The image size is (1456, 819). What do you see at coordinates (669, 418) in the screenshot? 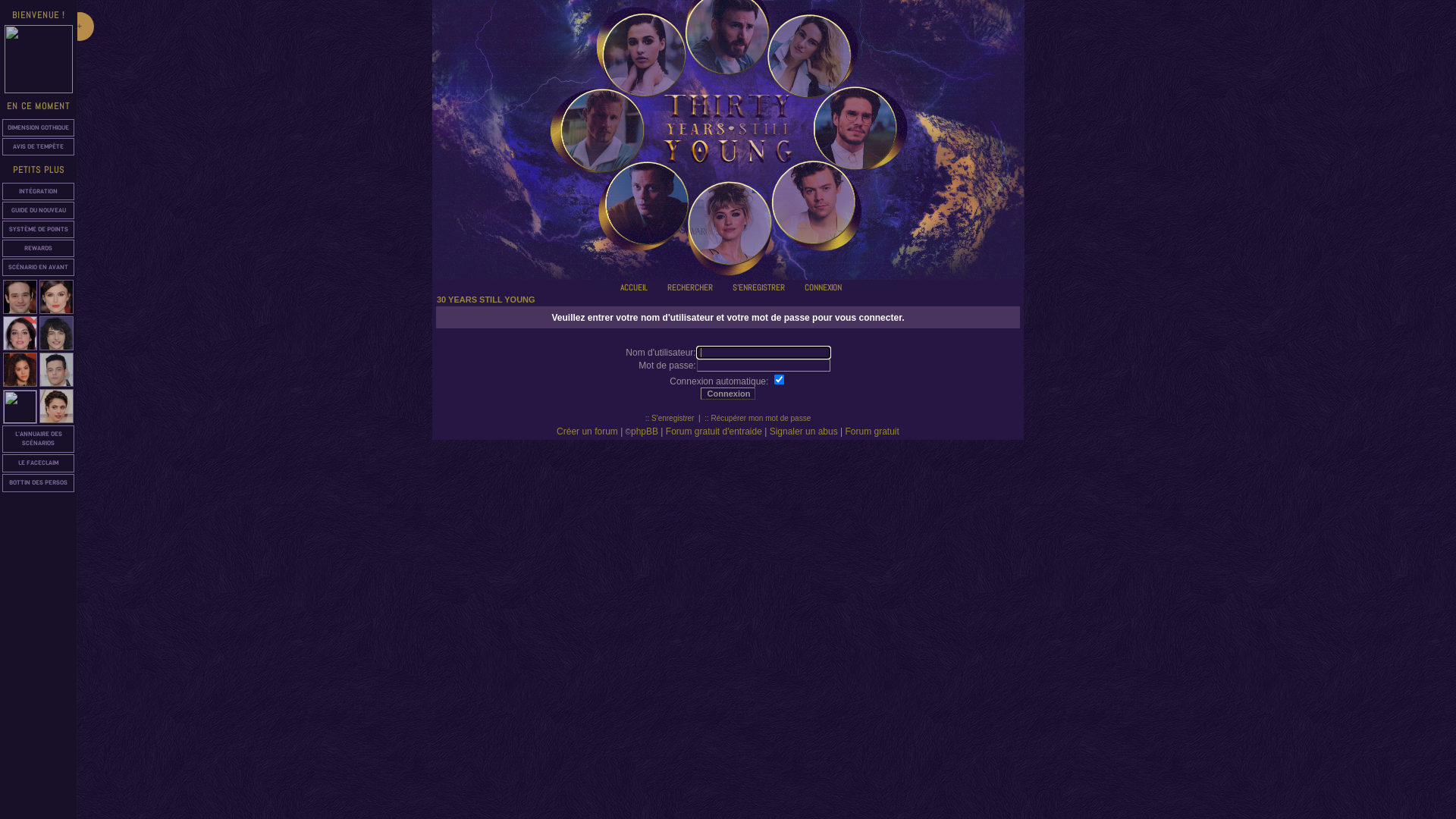
I see `':: S'enregistrer'` at bounding box center [669, 418].